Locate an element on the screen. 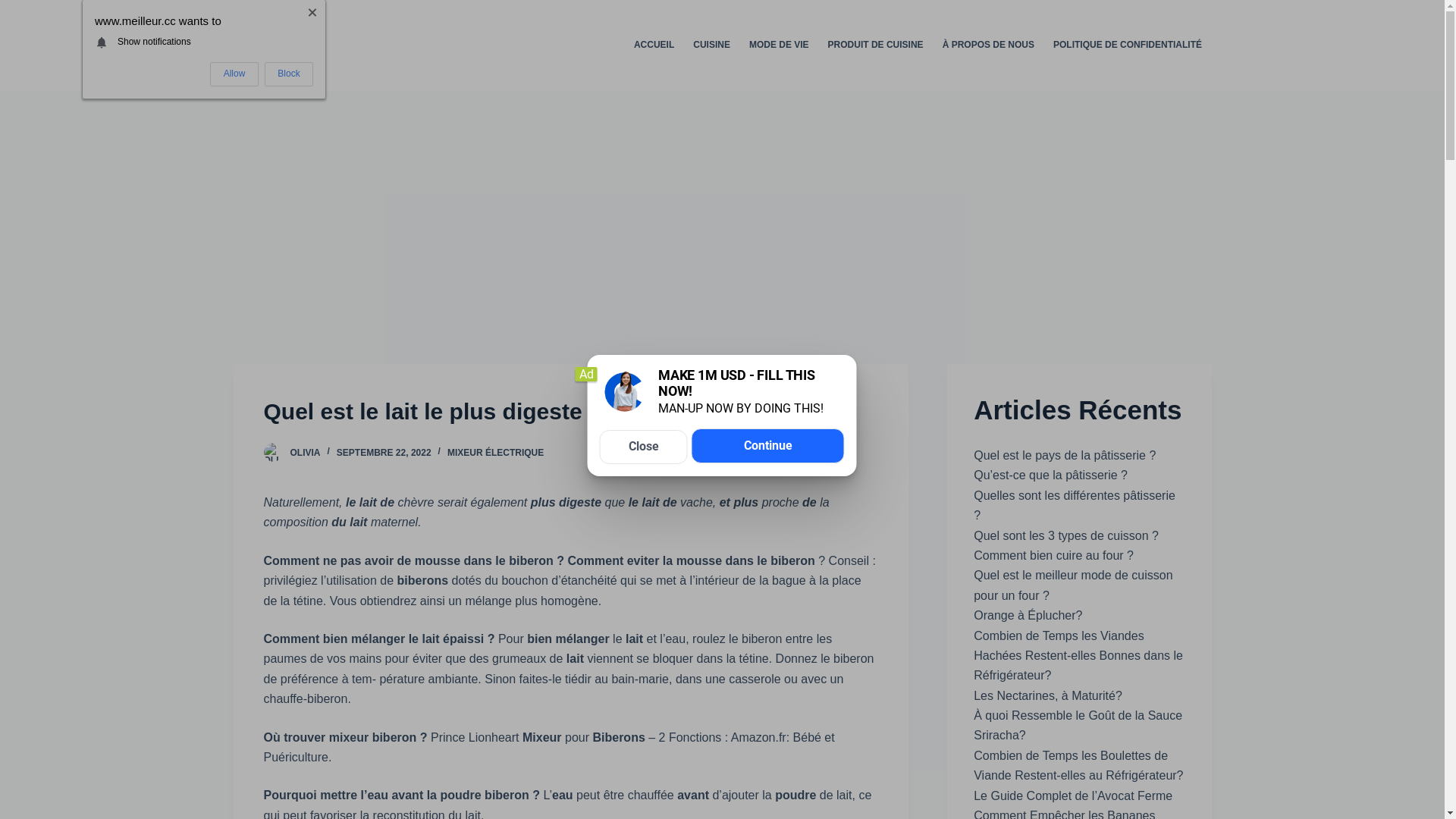  'PRODUIT DE CUISINE' is located at coordinates (875, 45).